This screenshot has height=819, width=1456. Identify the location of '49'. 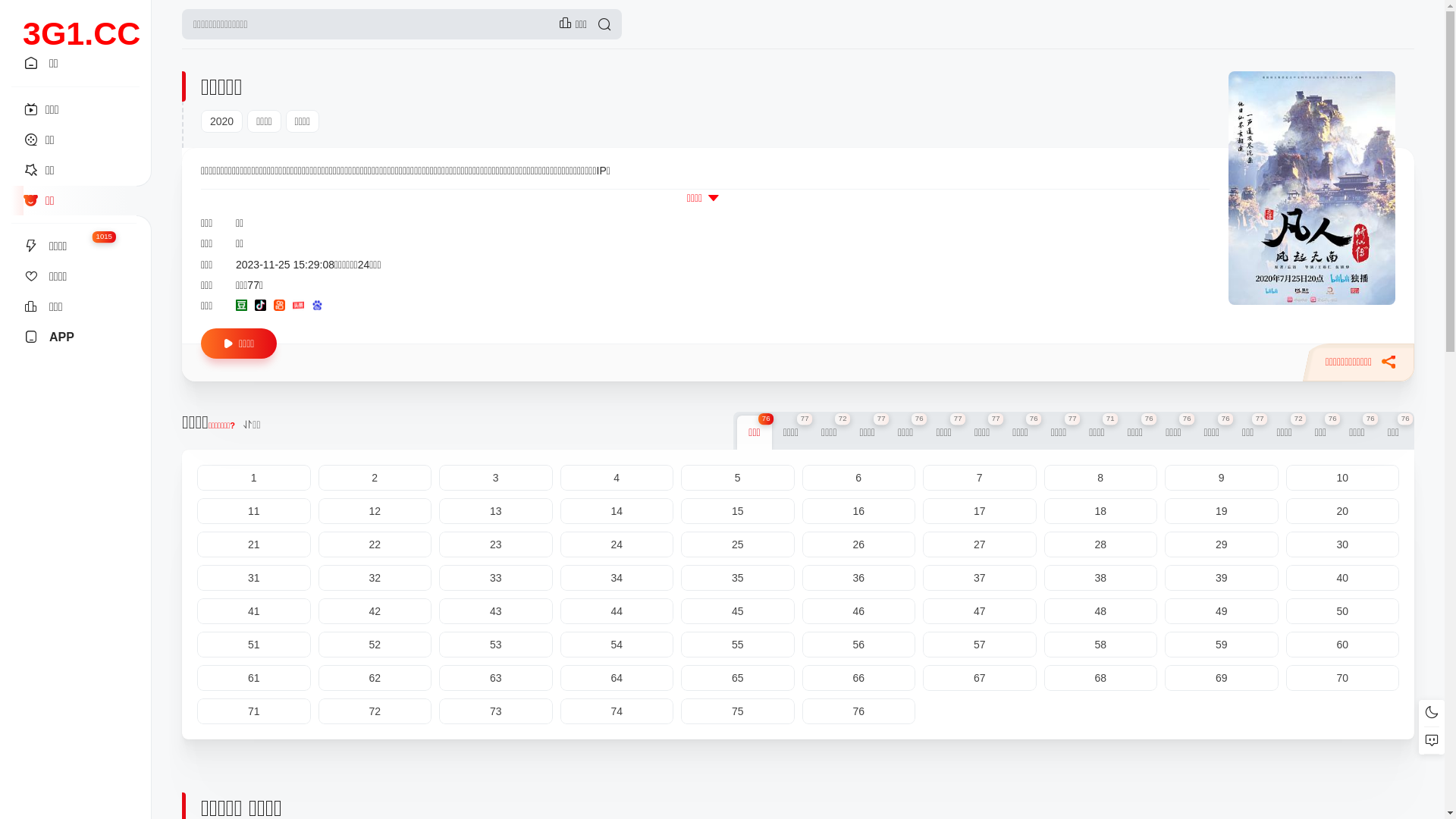
(1222, 610).